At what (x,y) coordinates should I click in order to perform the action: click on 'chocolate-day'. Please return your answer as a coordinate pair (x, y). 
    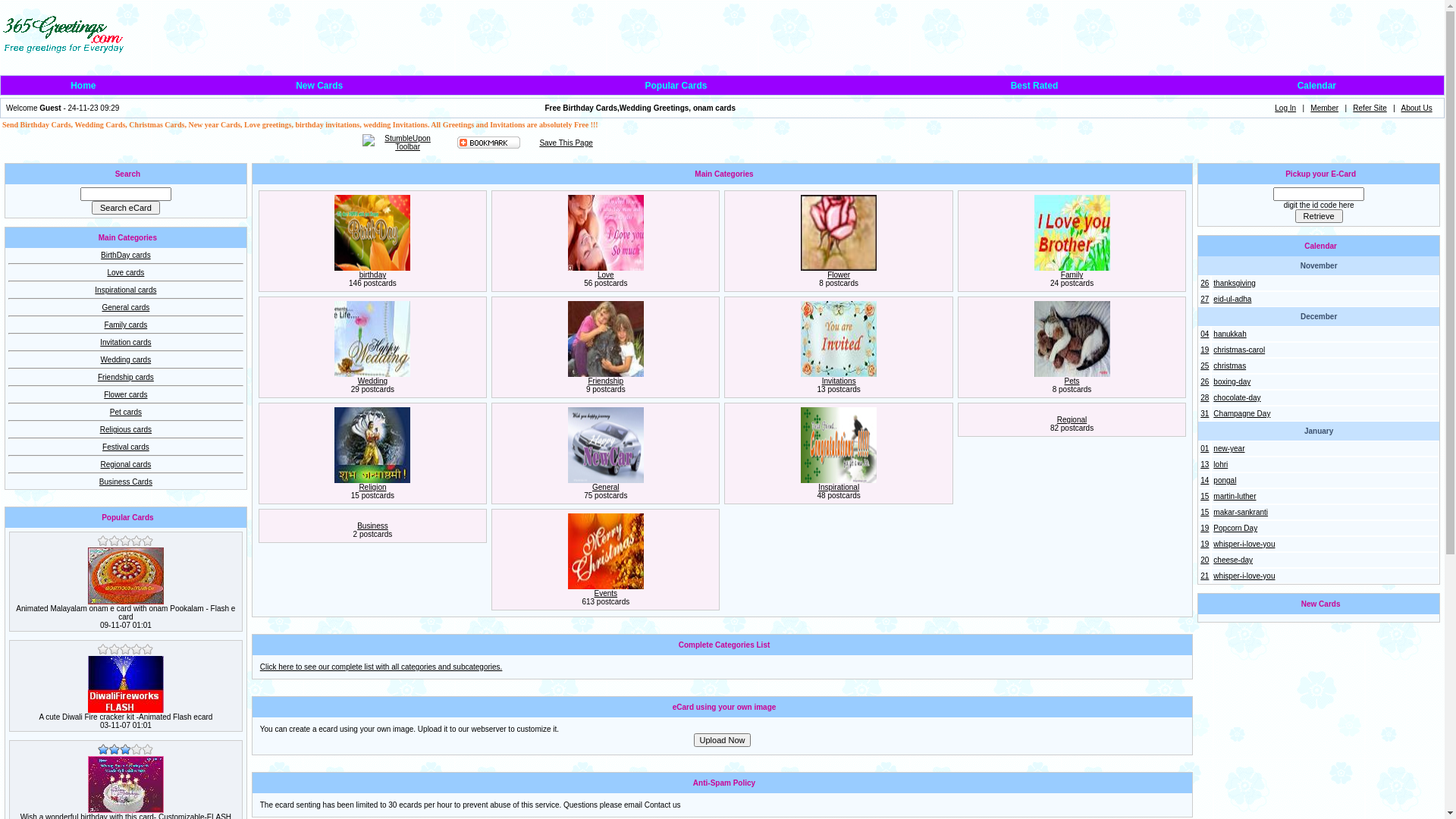
    Looking at the image, I should click on (1237, 397).